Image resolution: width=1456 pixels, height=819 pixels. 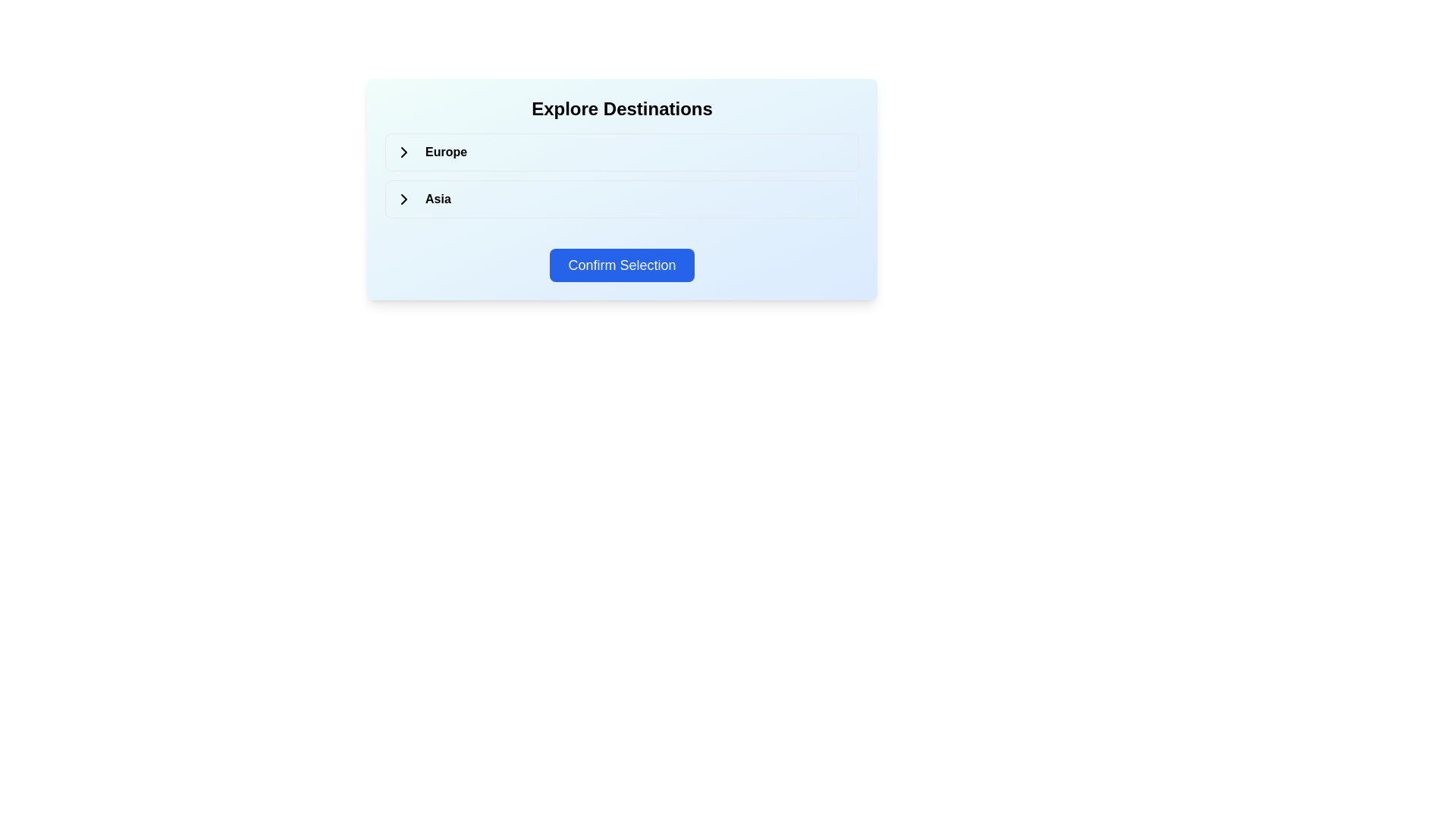 What do you see at coordinates (434, 198) in the screenshot?
I see `the text label 'Asia'` at bounding box center [434, 198].